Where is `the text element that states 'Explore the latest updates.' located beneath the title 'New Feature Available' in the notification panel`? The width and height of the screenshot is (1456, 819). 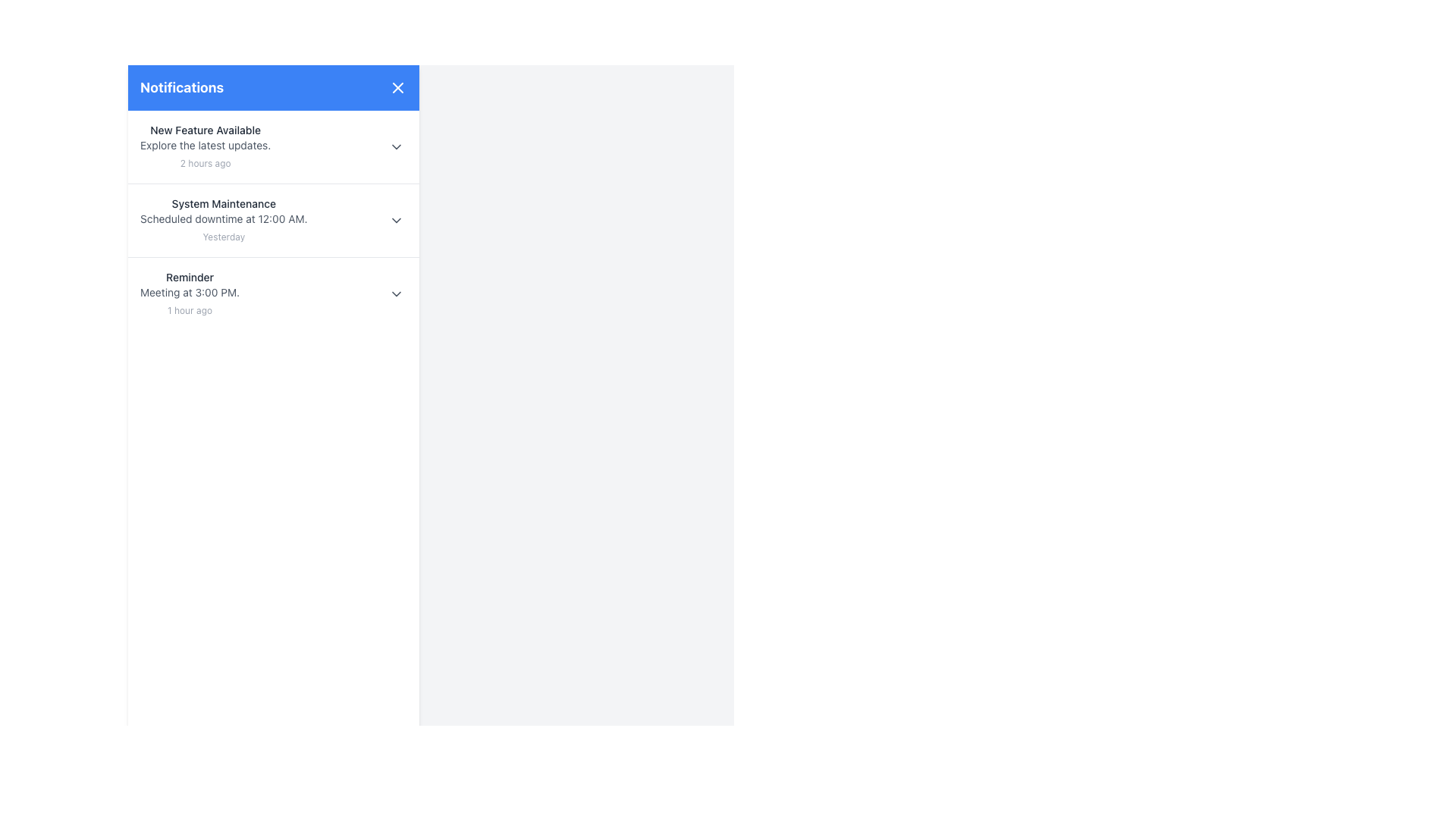 the text element that states 'Explore the latest updates.' located beneath the title 'New Feature Available' in the notification panel is located at coordinates (205, 146).